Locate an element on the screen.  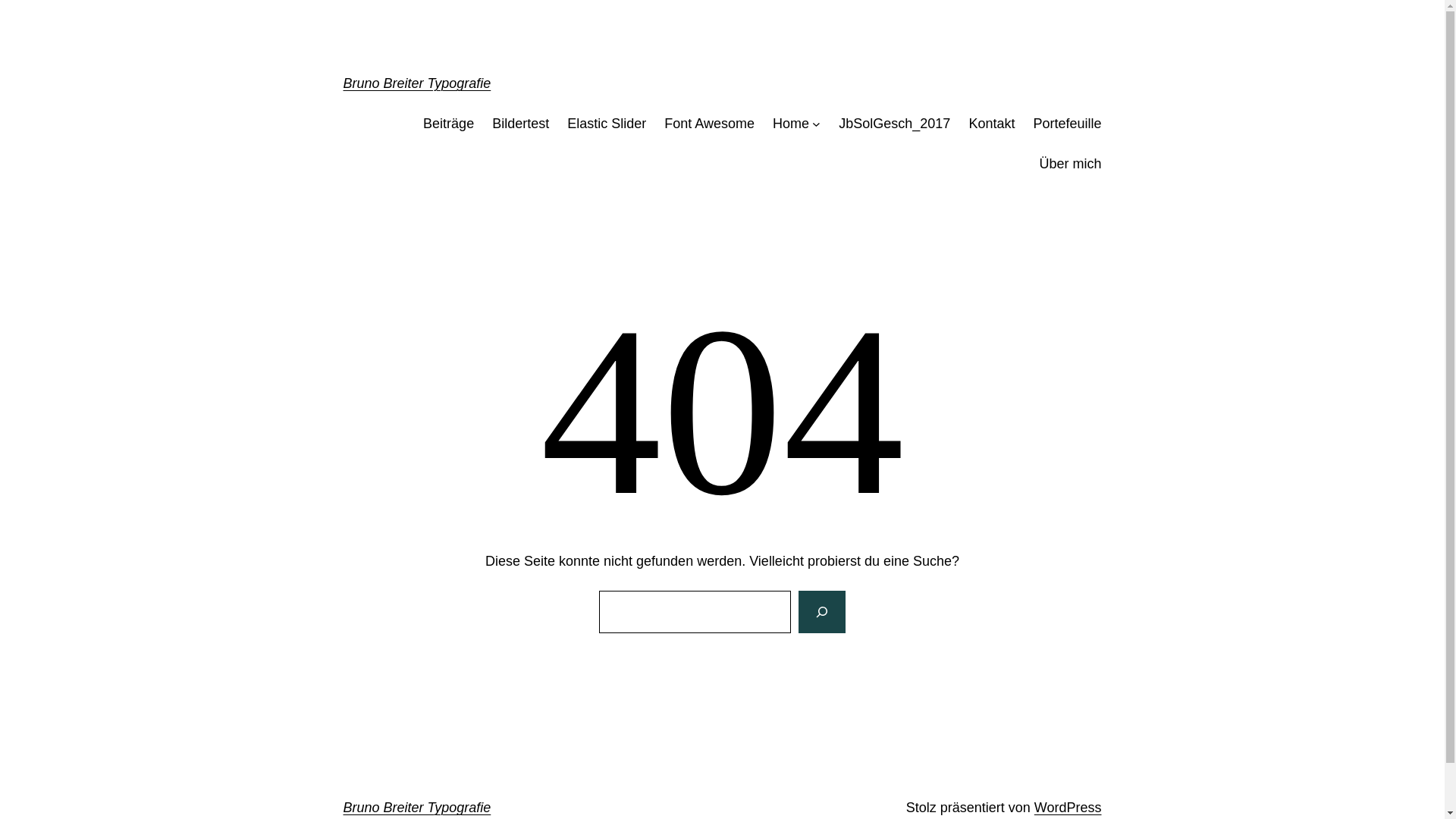
'Home' is located at coordinates (772, 123).